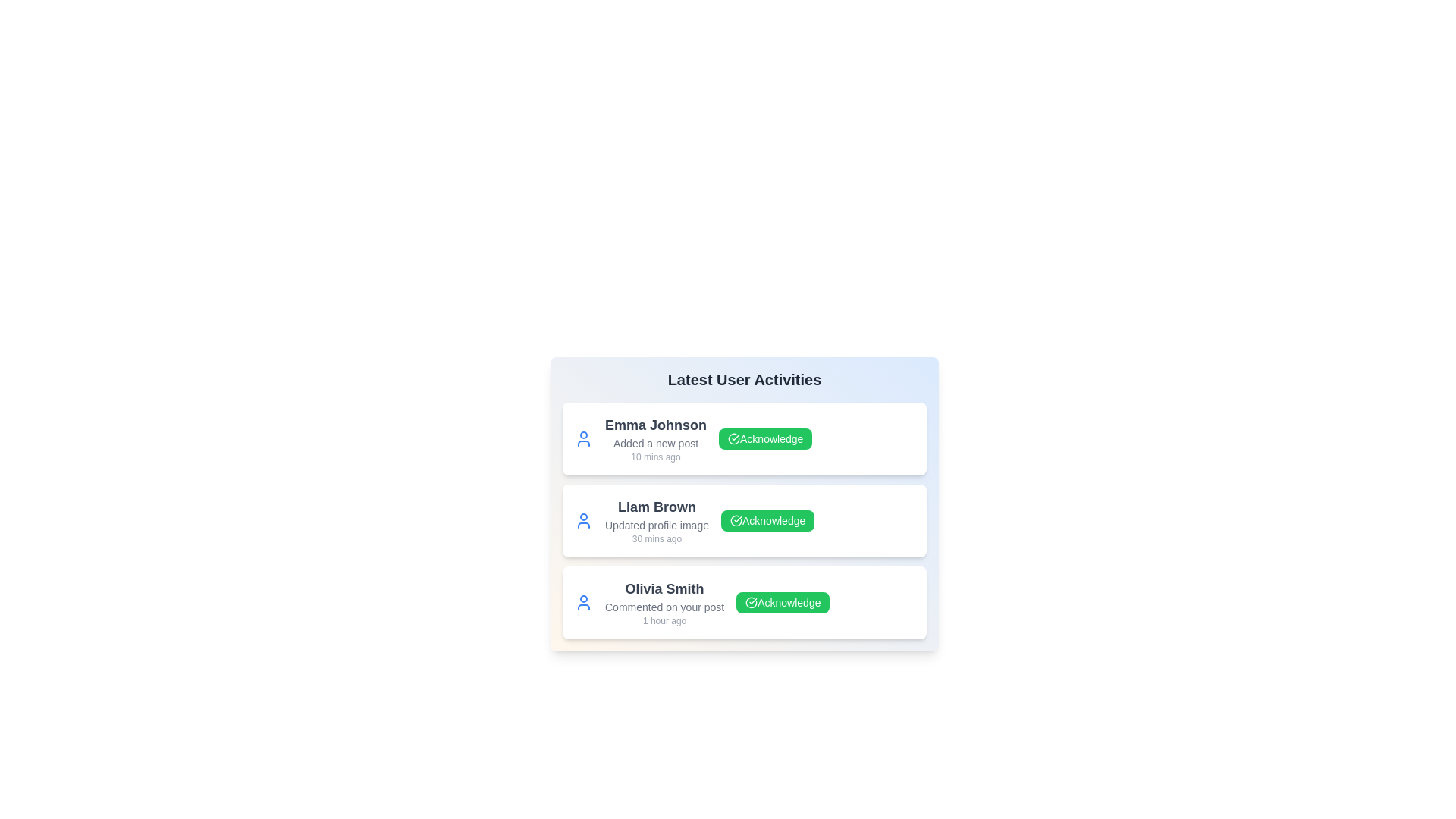  What do you see at coordinates (582, 519) in the screenshot?
I see `the profile icon of Liam Brown` at bounding box center [582, 519].